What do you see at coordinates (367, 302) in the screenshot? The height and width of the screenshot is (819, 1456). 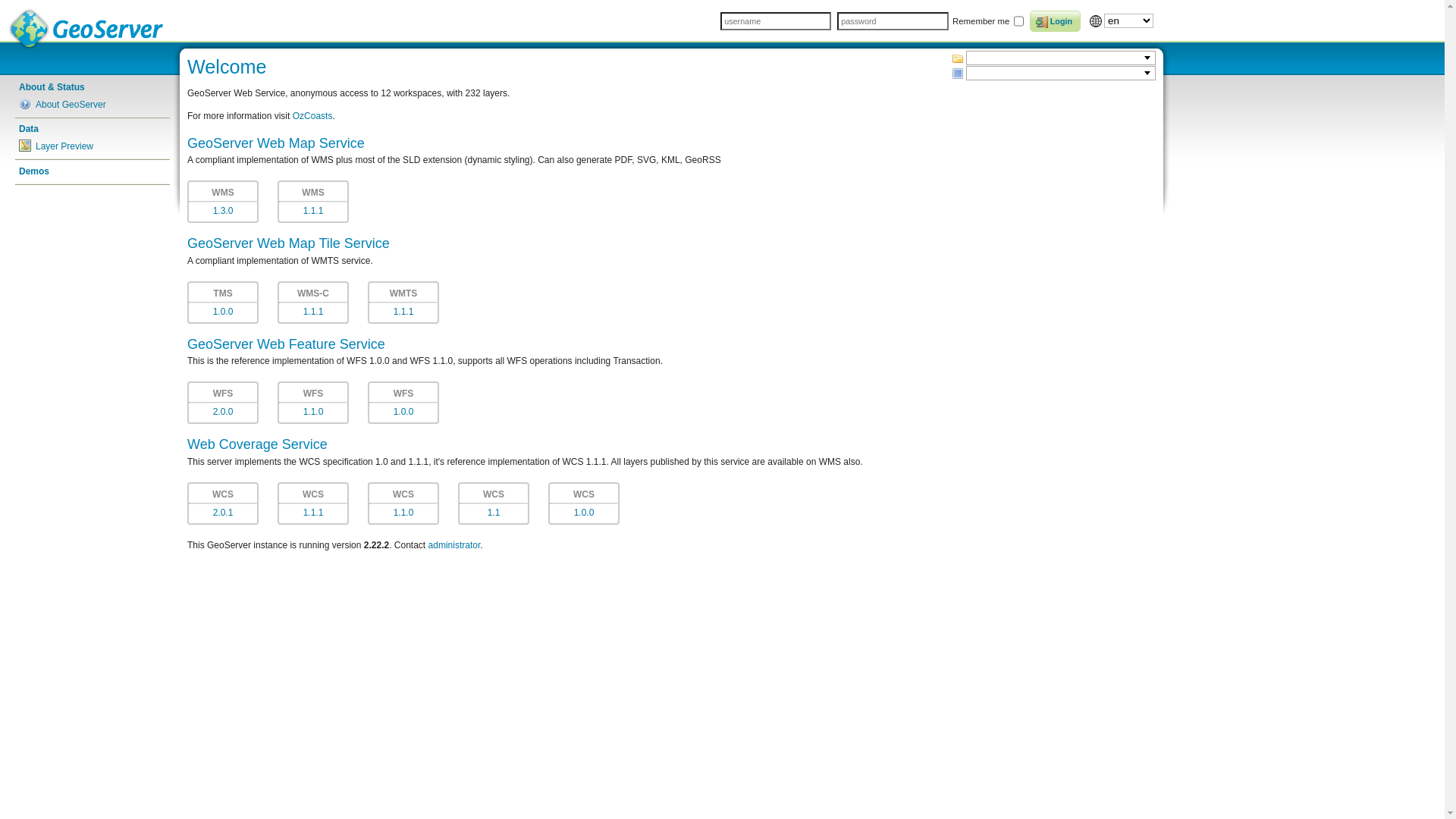 I see `'WMTS` at bounding box center [367, 302].